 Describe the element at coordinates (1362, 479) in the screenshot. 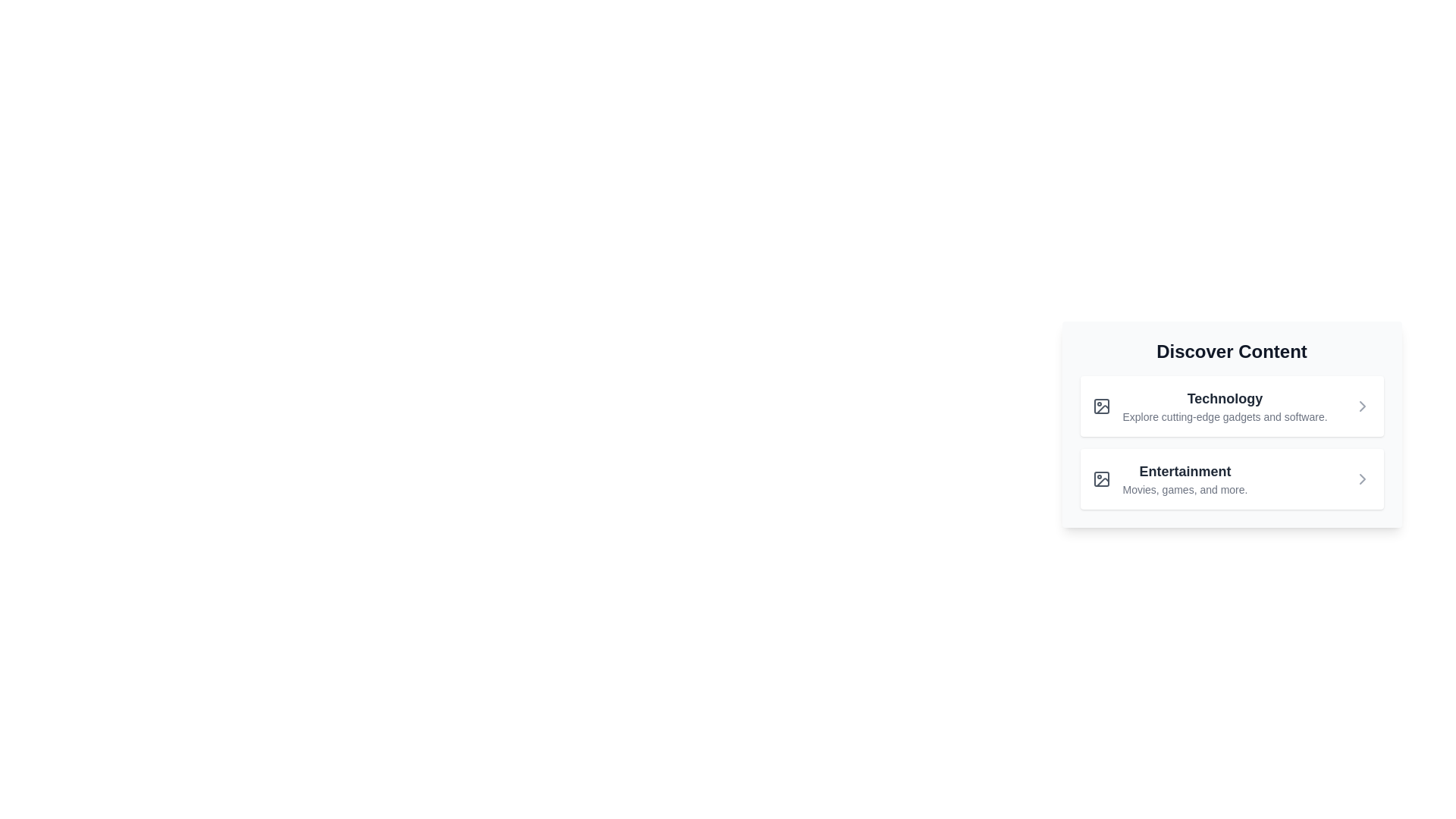

I see `the small right-pointing chevron icon at the end of the 'Entertainment' section` at that location.